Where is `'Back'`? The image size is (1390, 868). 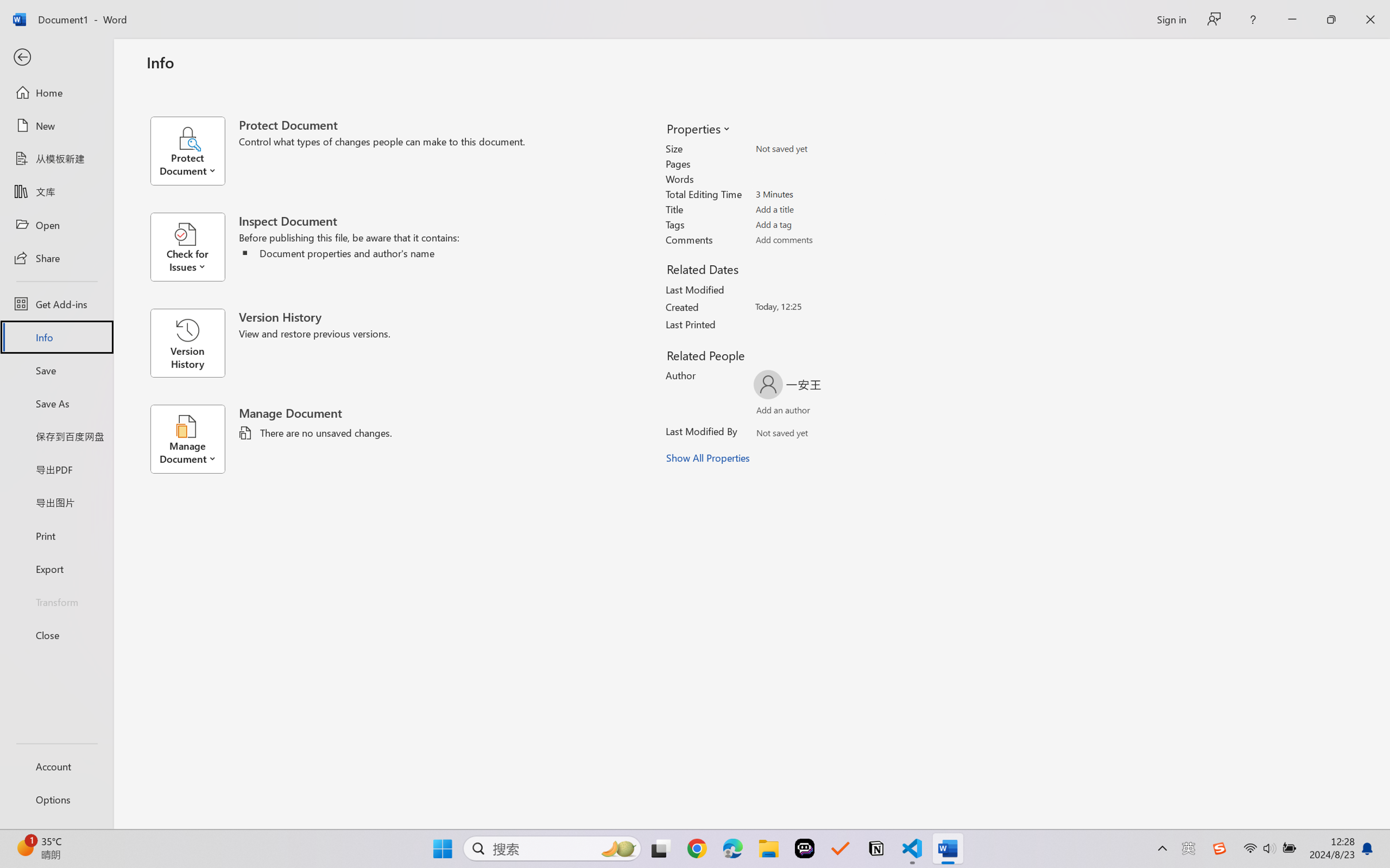
'Back' is located at coordinates (56, 57).